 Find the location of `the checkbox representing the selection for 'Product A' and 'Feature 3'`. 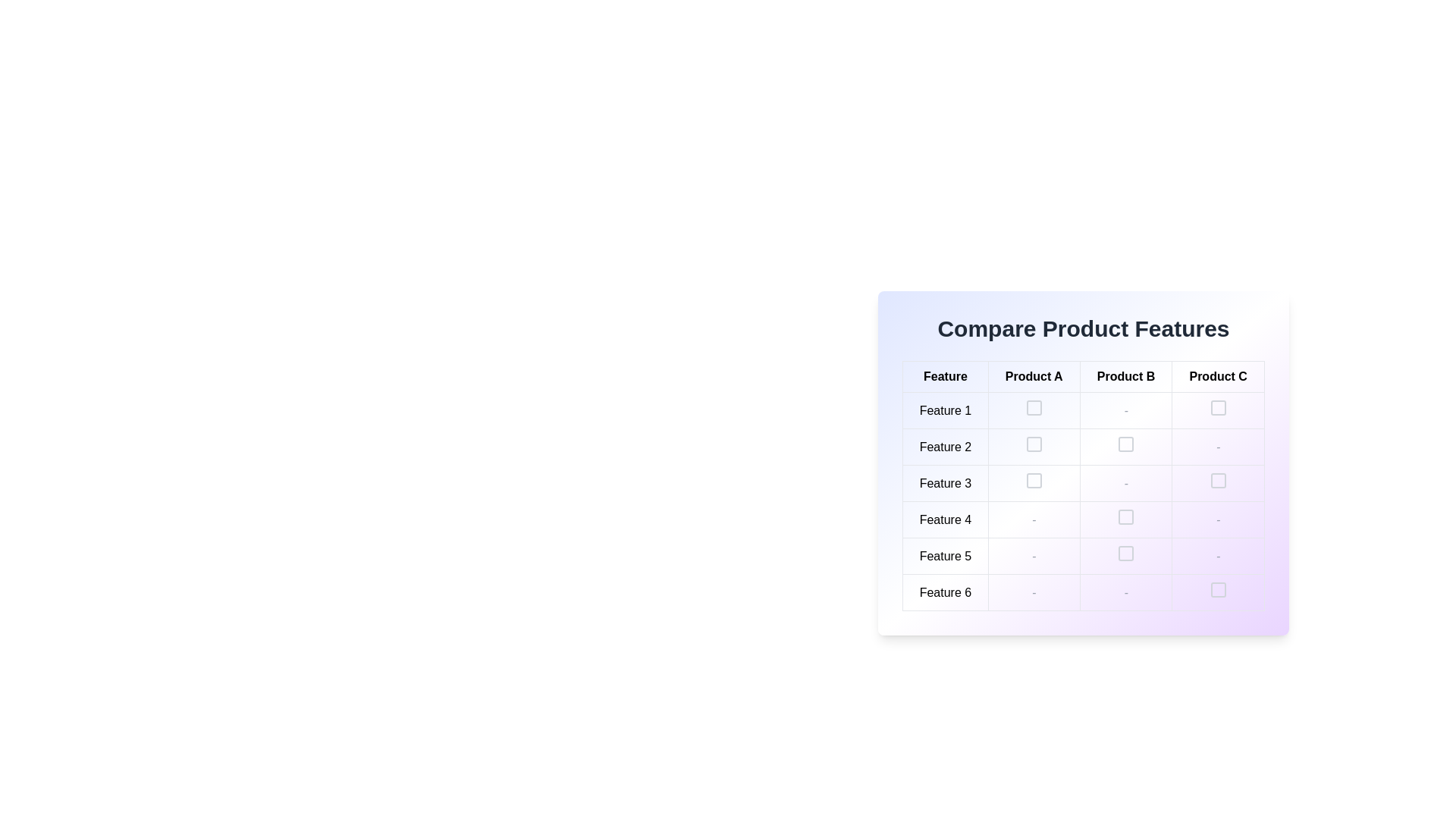

the checkbox representing the selection for 'Product A' and 'Feature 3' is located at coordinates (1033, 480).